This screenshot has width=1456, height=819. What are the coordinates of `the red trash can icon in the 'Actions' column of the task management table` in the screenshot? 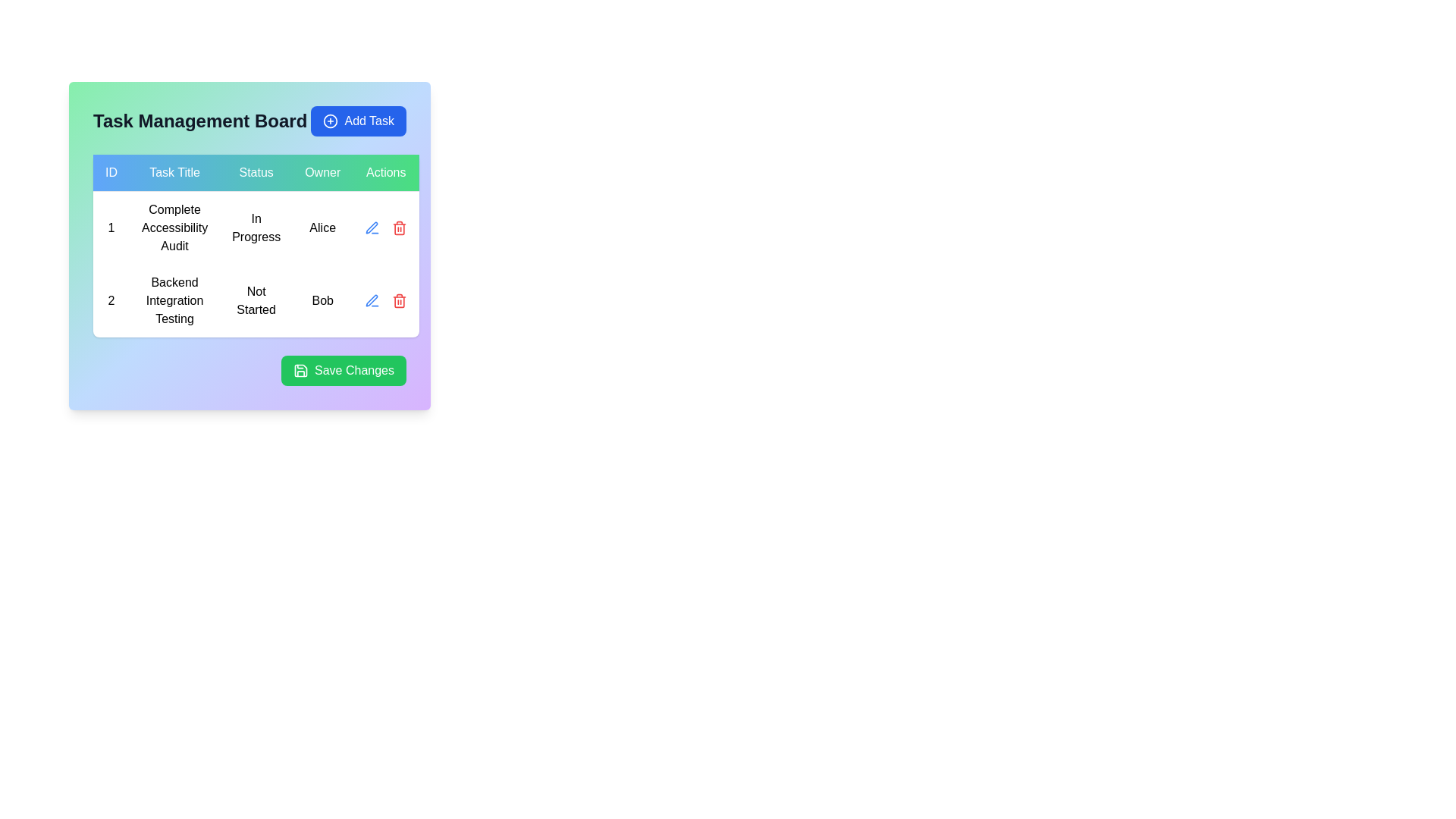 It's located at (400, 227).